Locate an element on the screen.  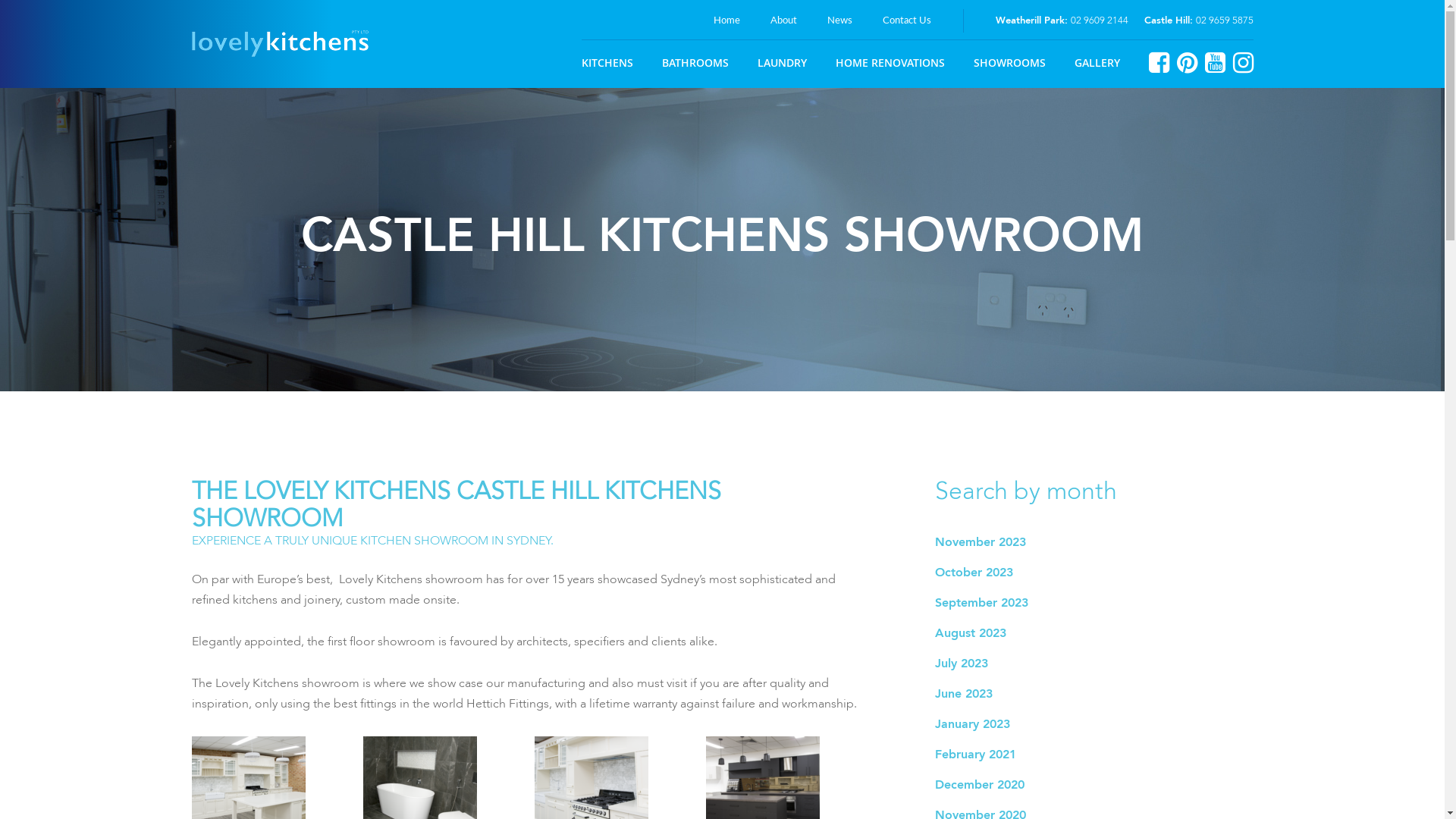
'Home' is located at coordinates (726, 20).